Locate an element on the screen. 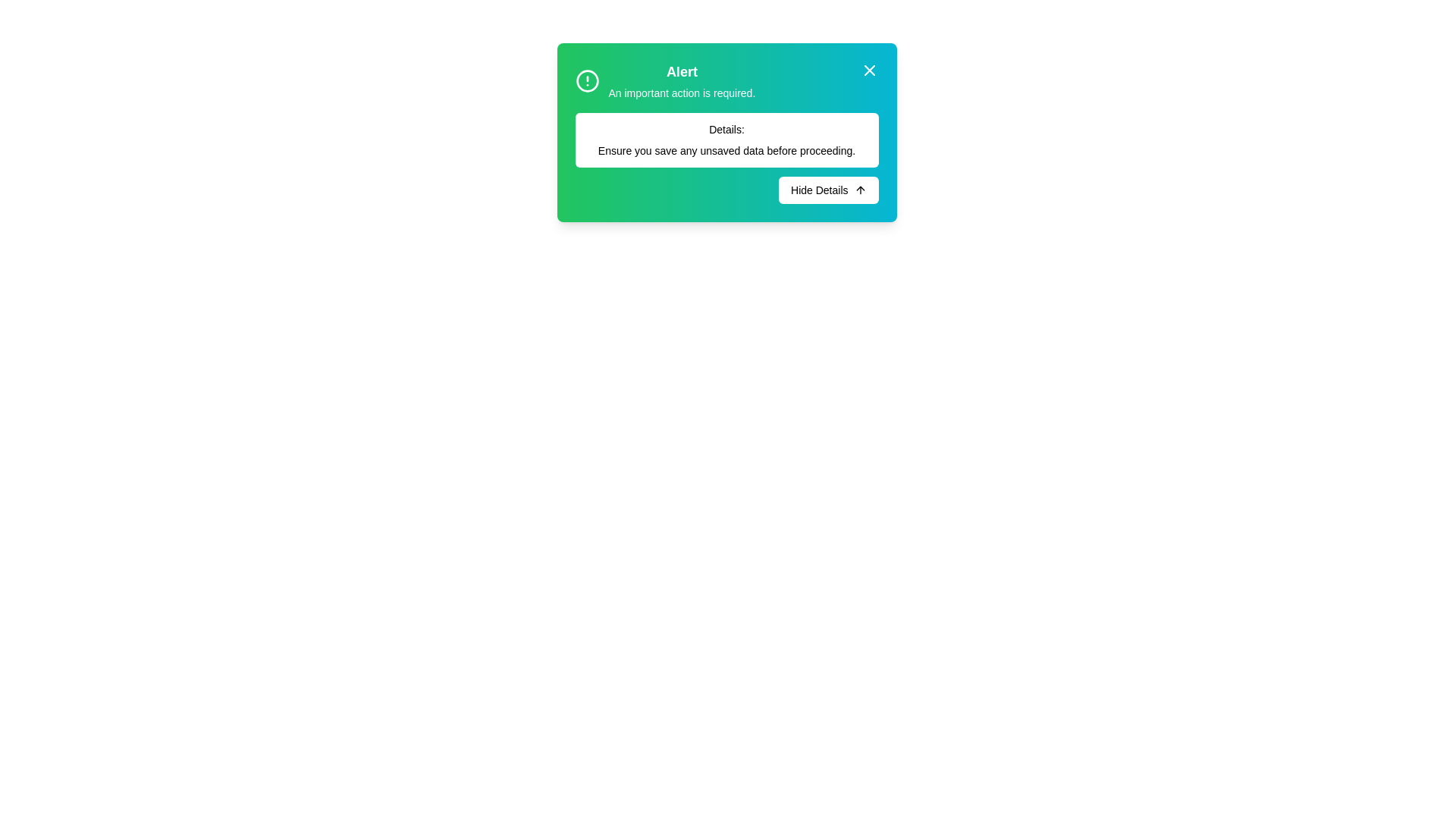 Image resolution: width=1456 pixels, height=819 pixels. the arrow icon within the 'Hide Details' button located in the bottom-right corner of the modal dialog is located at coordinates (860, 189).